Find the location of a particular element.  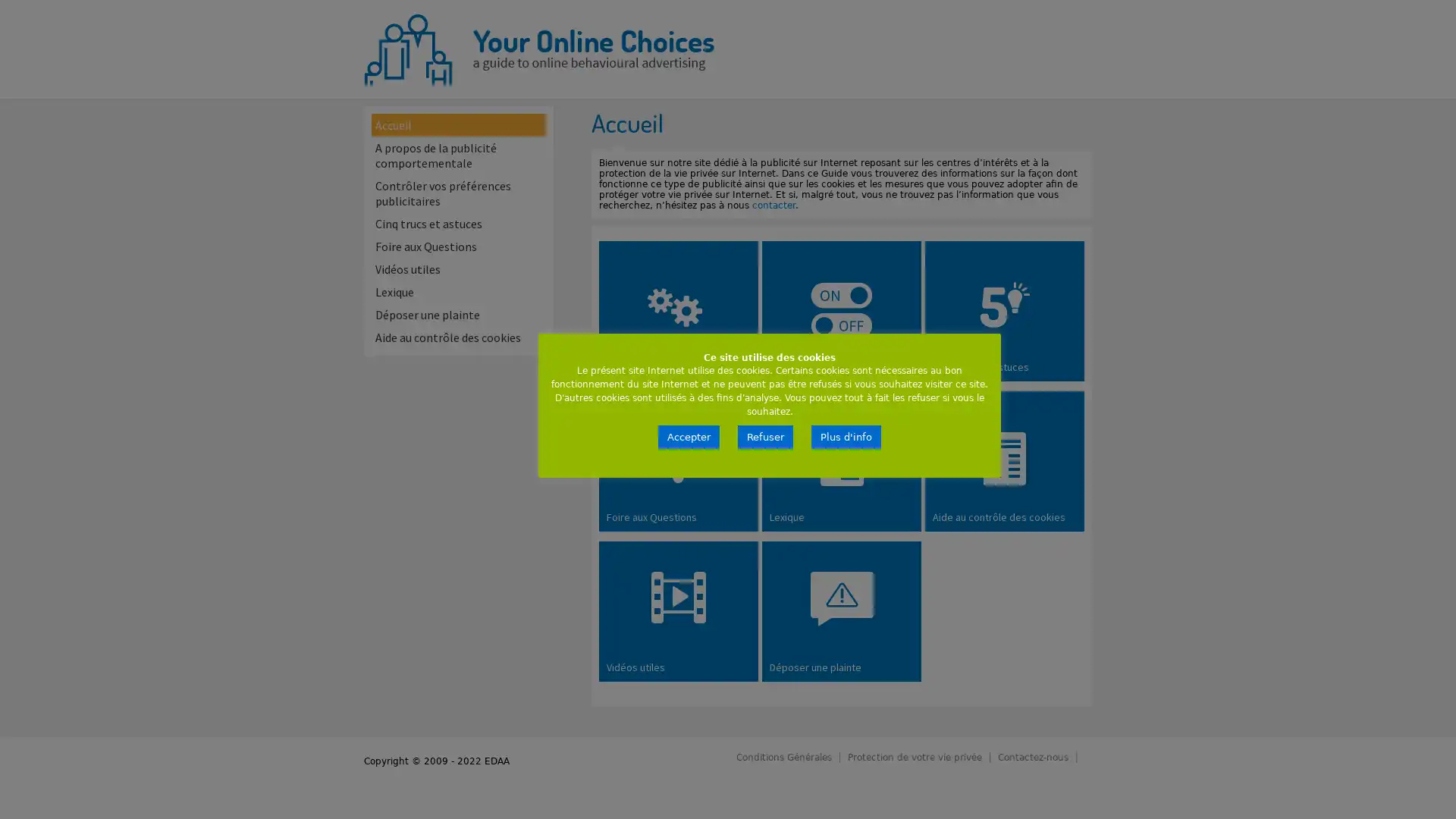

Refuser is located at coordinates (765, 437).